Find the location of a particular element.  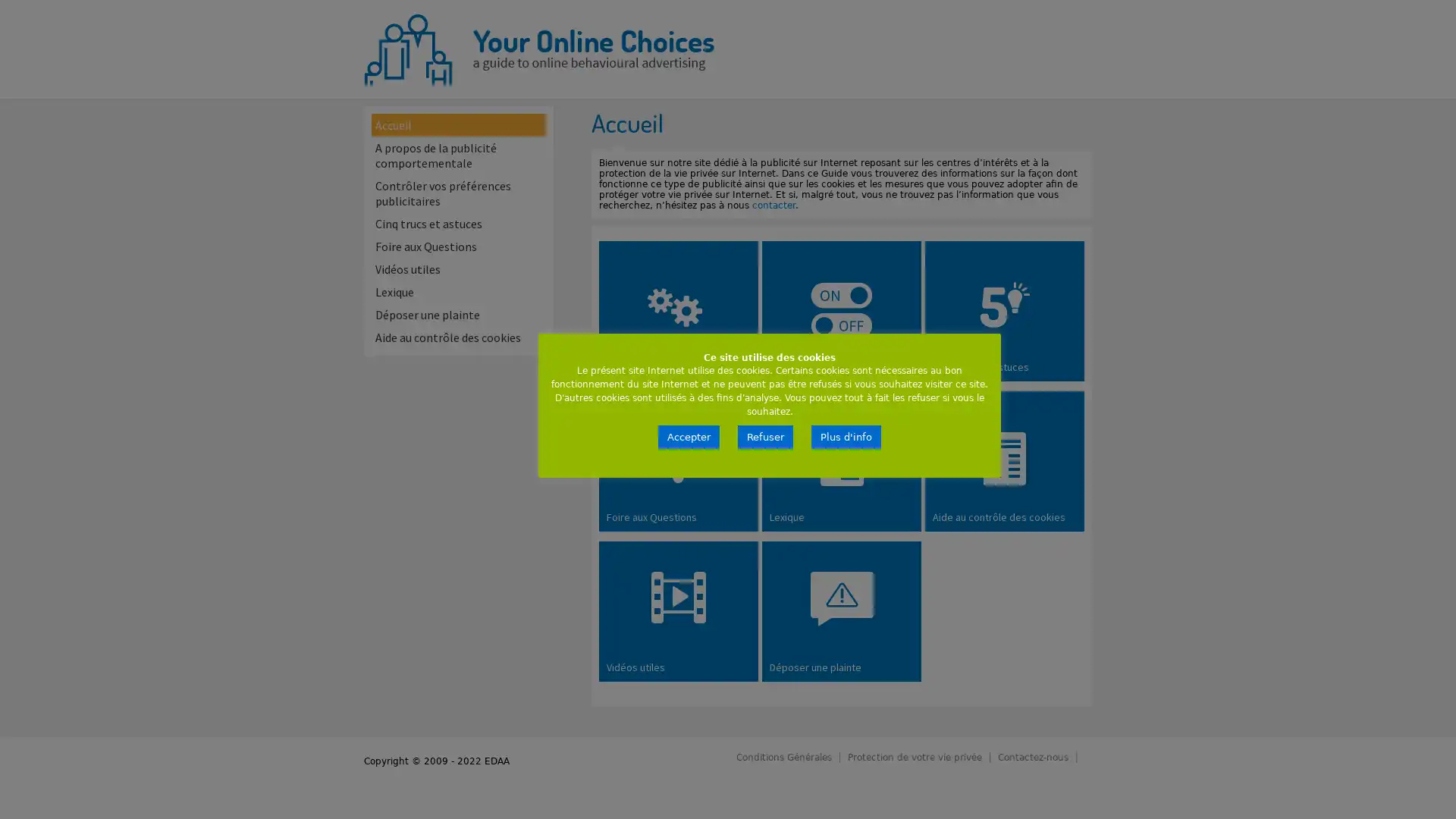

Refuser is located at coordinates (765, 437).